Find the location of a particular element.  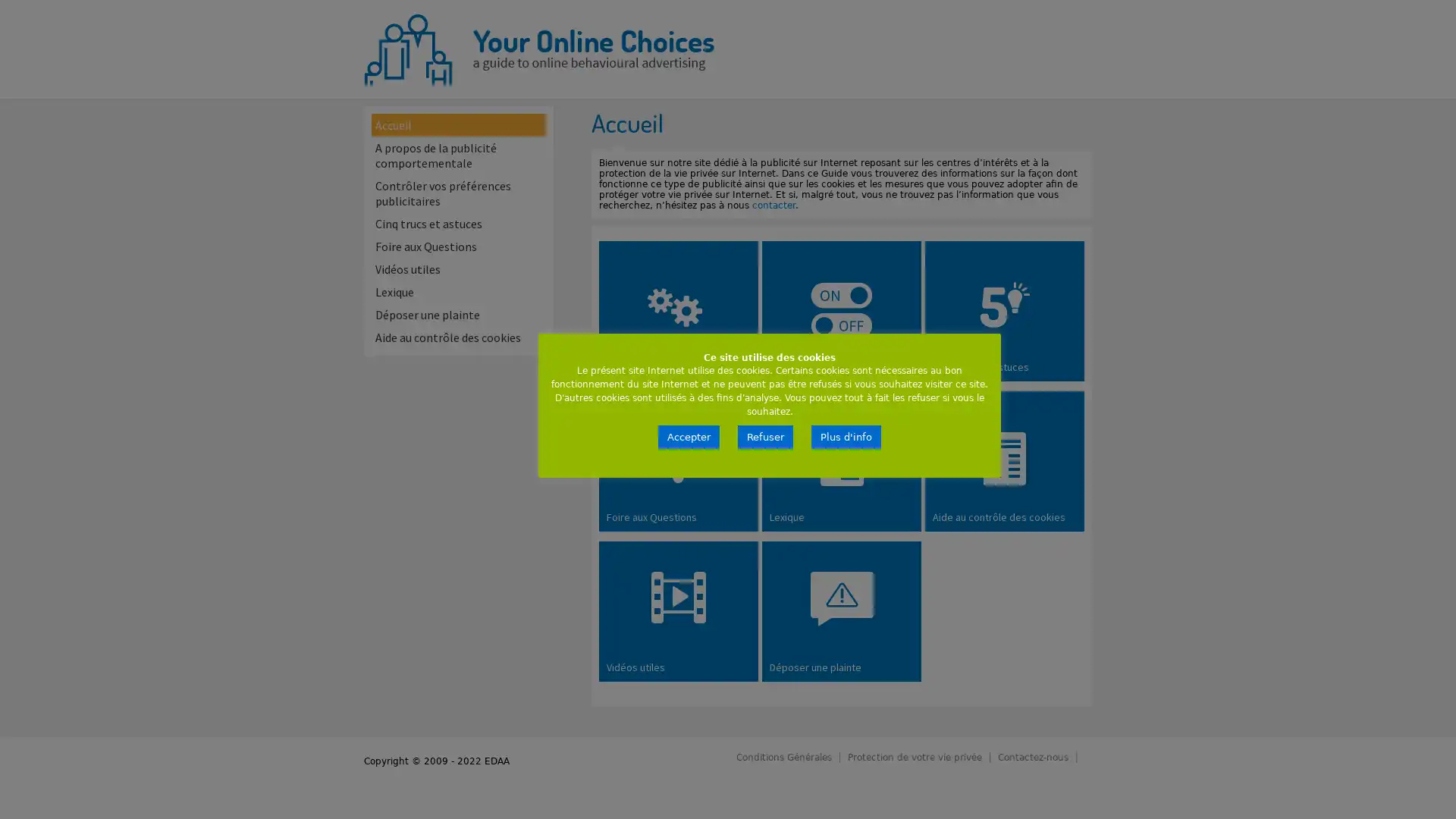

Refuser is located at coordinates (765, 437).